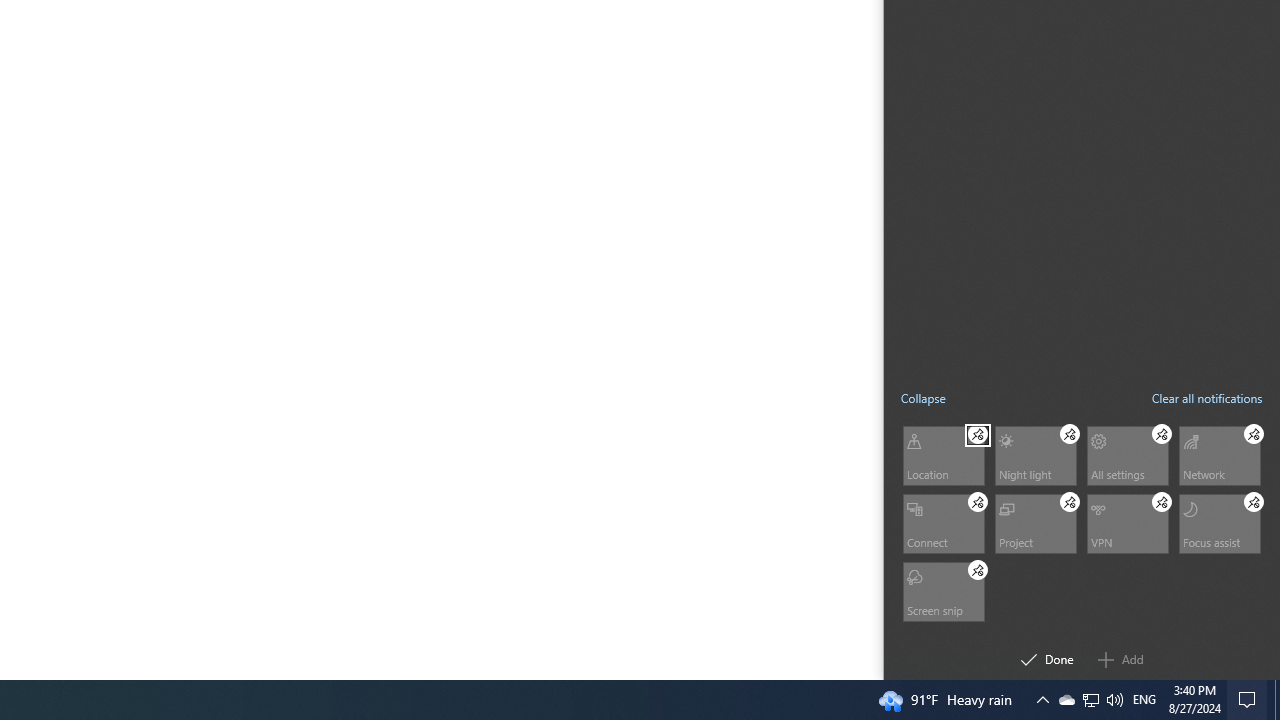 The image size is (1280, 720). What do you see at coordinates (941, 455) in the screenshot?
I see `'Location'` at bounding box center [941, 455].